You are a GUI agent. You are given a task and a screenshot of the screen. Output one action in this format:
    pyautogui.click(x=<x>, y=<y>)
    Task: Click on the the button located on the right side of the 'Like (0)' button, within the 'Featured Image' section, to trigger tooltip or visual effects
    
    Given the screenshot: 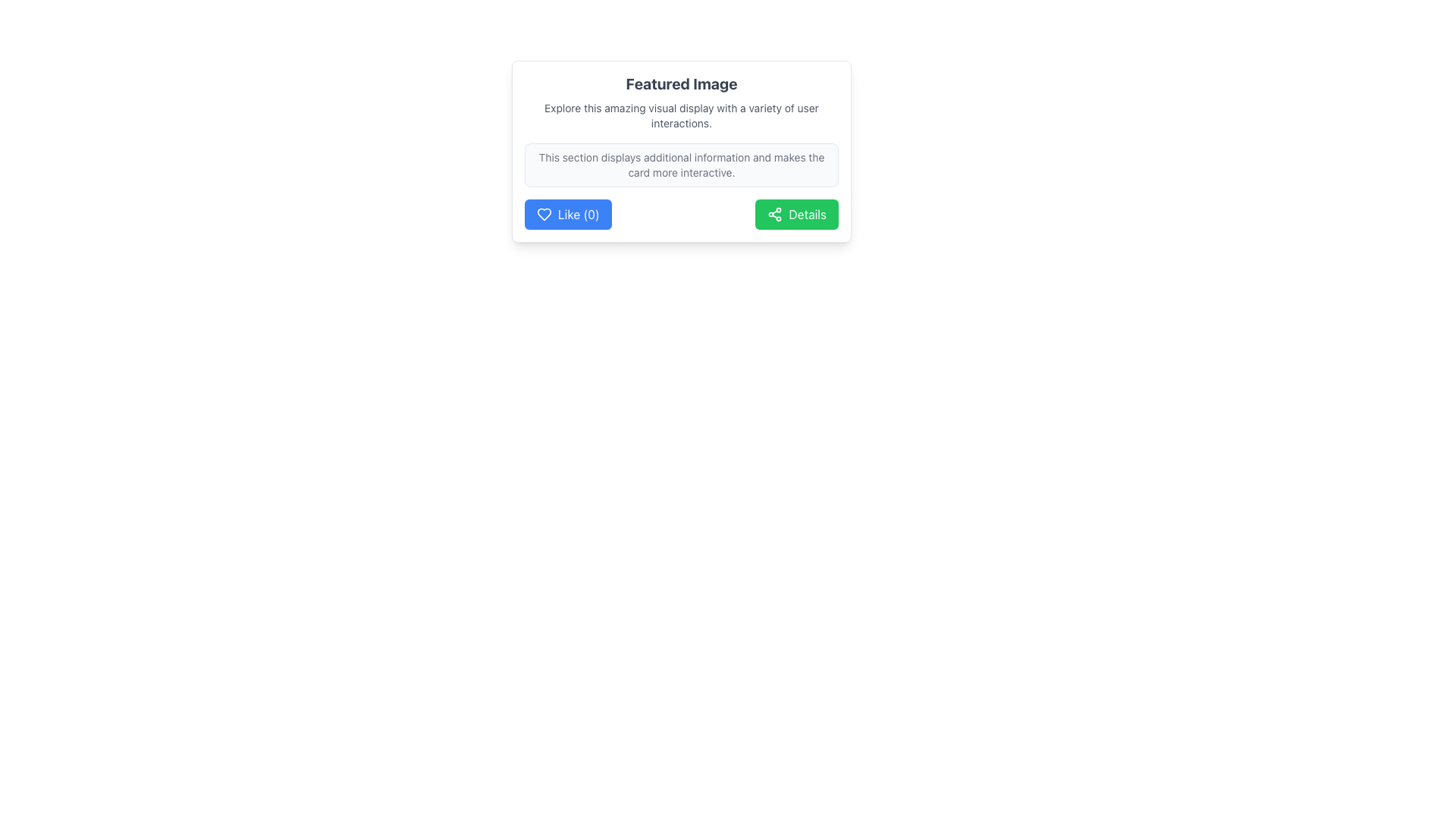 What is the action you would take?
    pyautogui.click(x=796, y=214)
    